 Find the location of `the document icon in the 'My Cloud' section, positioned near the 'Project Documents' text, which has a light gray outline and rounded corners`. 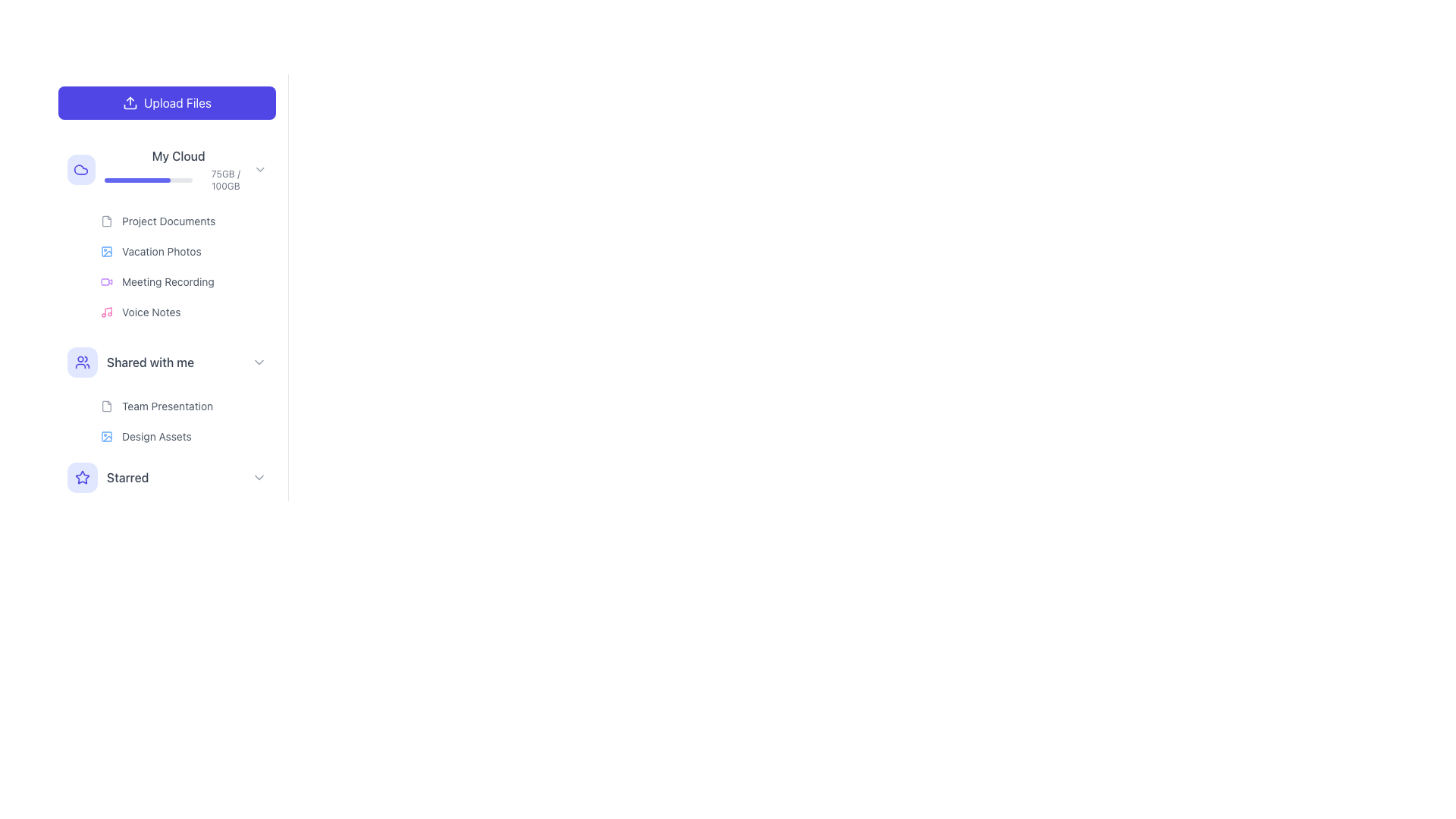

the document icon in the 'My Cloud' section, positioned near the 'Project Documents' text, which has a light gray outline and rounded corners is located at coordinates (105, 221).